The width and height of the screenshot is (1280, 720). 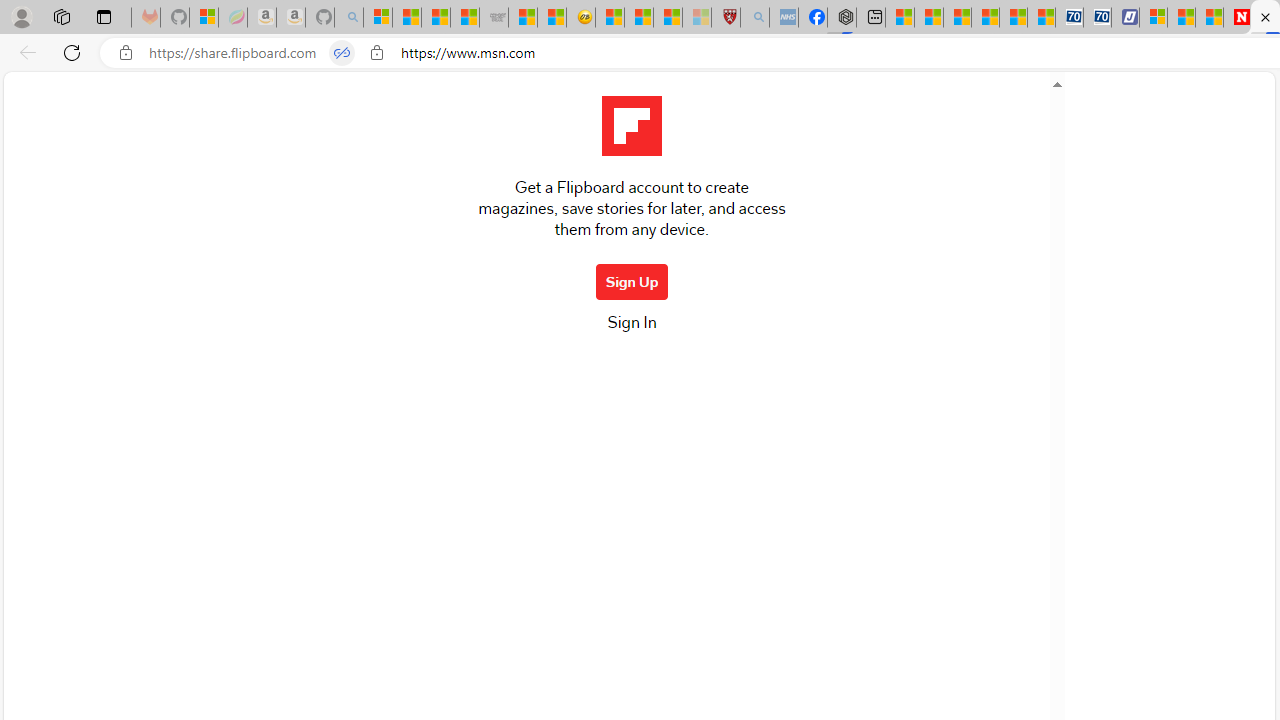 What do you see at coordinates (842, 17) in the screenshot?
I see `'Nordace - Nordace Siena Is Not An Ordinary Backpack'` at bounding box center [842, 17].